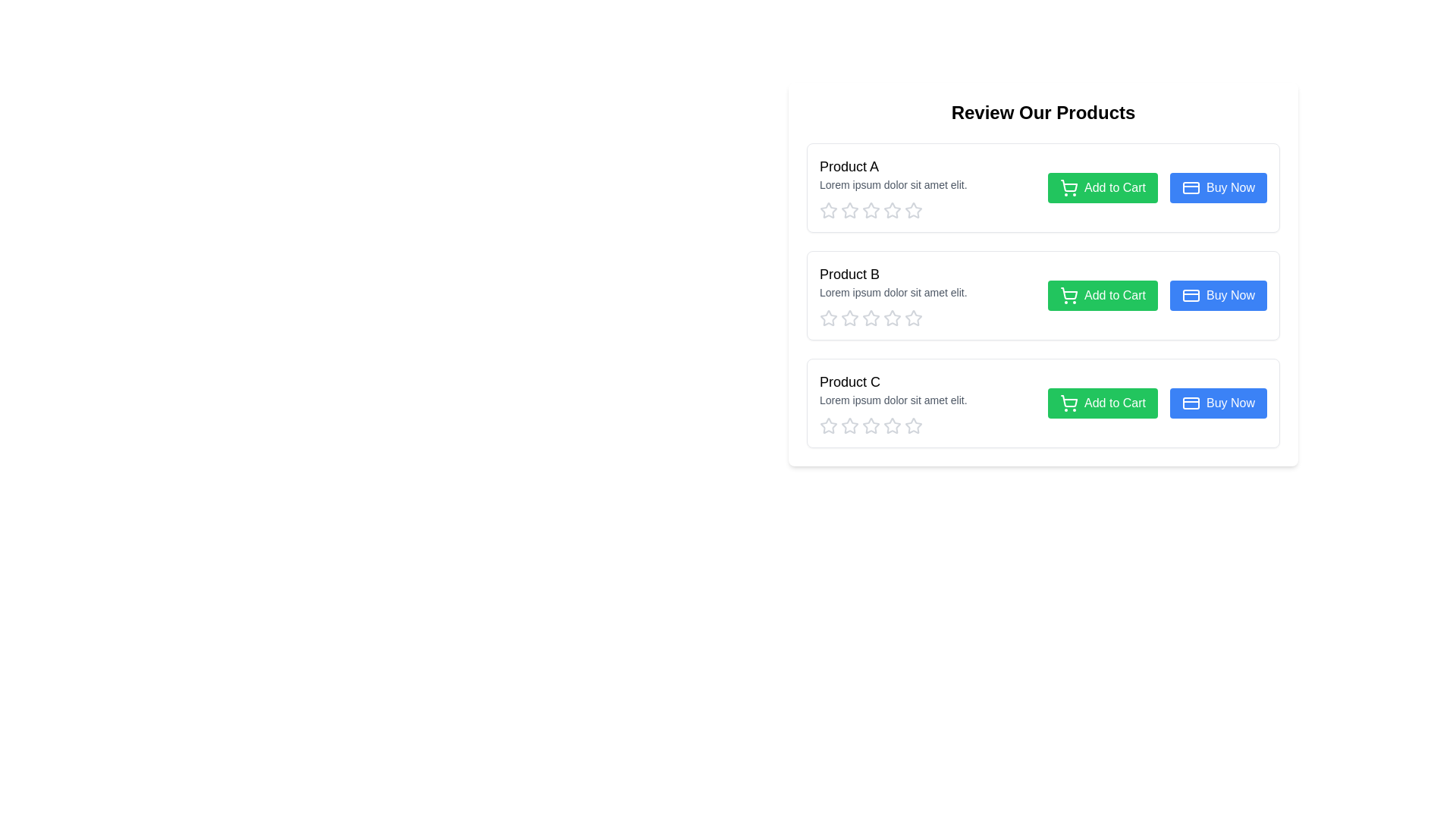  Describe the element at coordinates (871, 318) in the screenshot. I see `the third clickable star icon in the rating system for 'Product B'` at that location.